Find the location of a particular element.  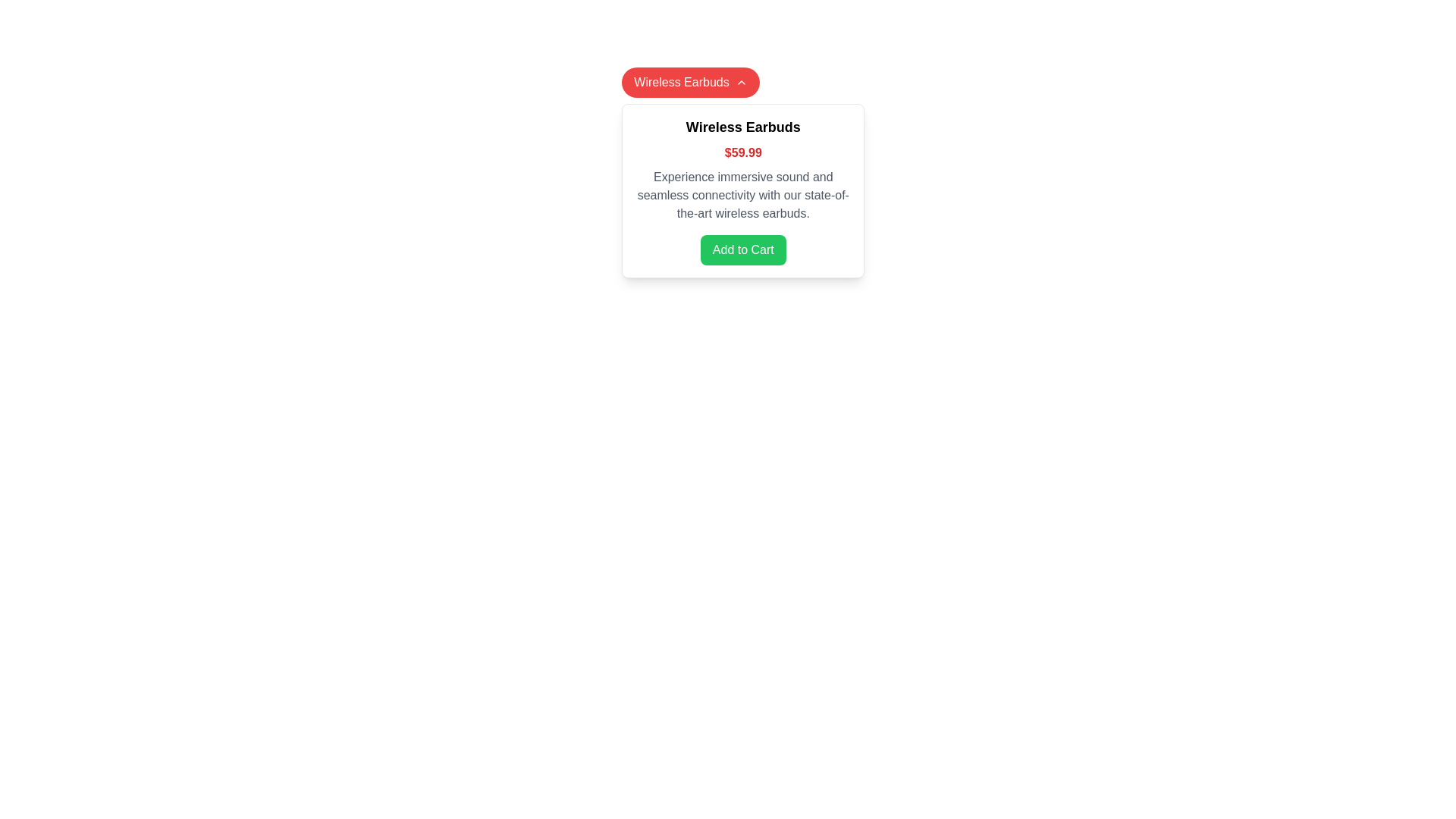

the Text Label displaying the price of the product, located below the title 'Wireless Earbuds' and above the descriptive paragraph is located at coordinates (743, 152).